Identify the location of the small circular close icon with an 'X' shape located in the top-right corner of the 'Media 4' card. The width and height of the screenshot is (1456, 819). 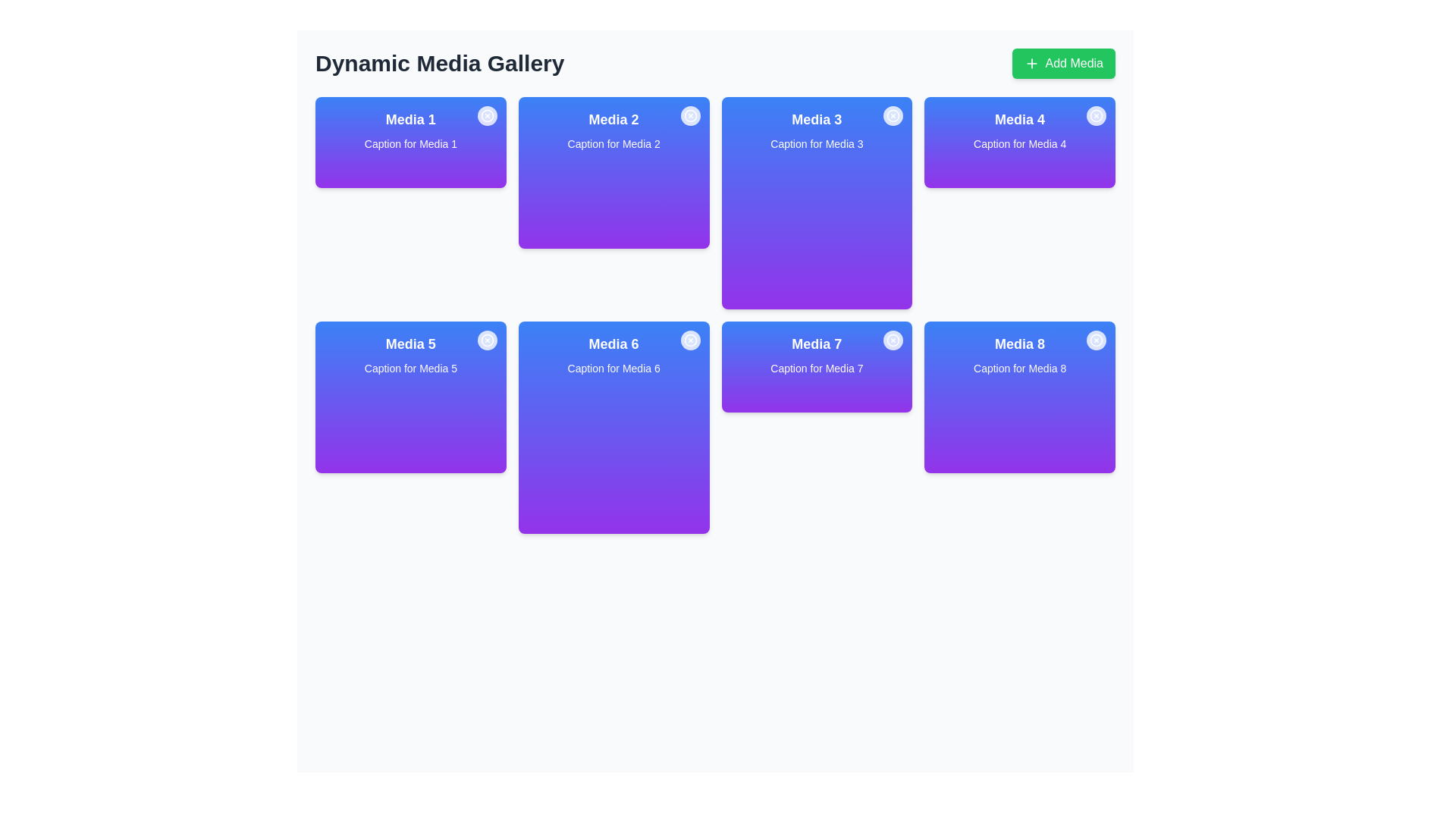
(1096, 116).